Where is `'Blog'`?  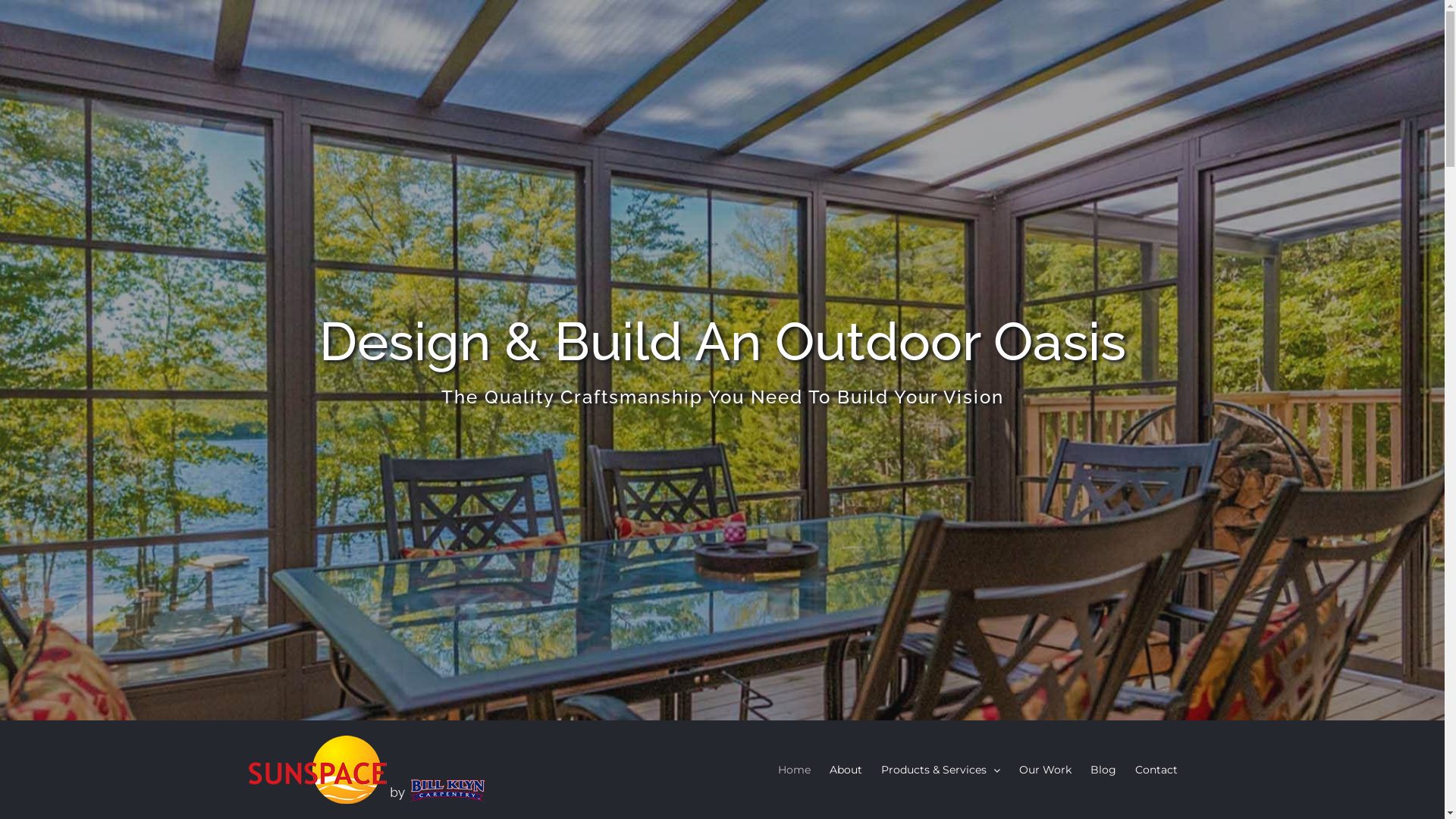
'Blog' is located at coordinates (1103, 769).